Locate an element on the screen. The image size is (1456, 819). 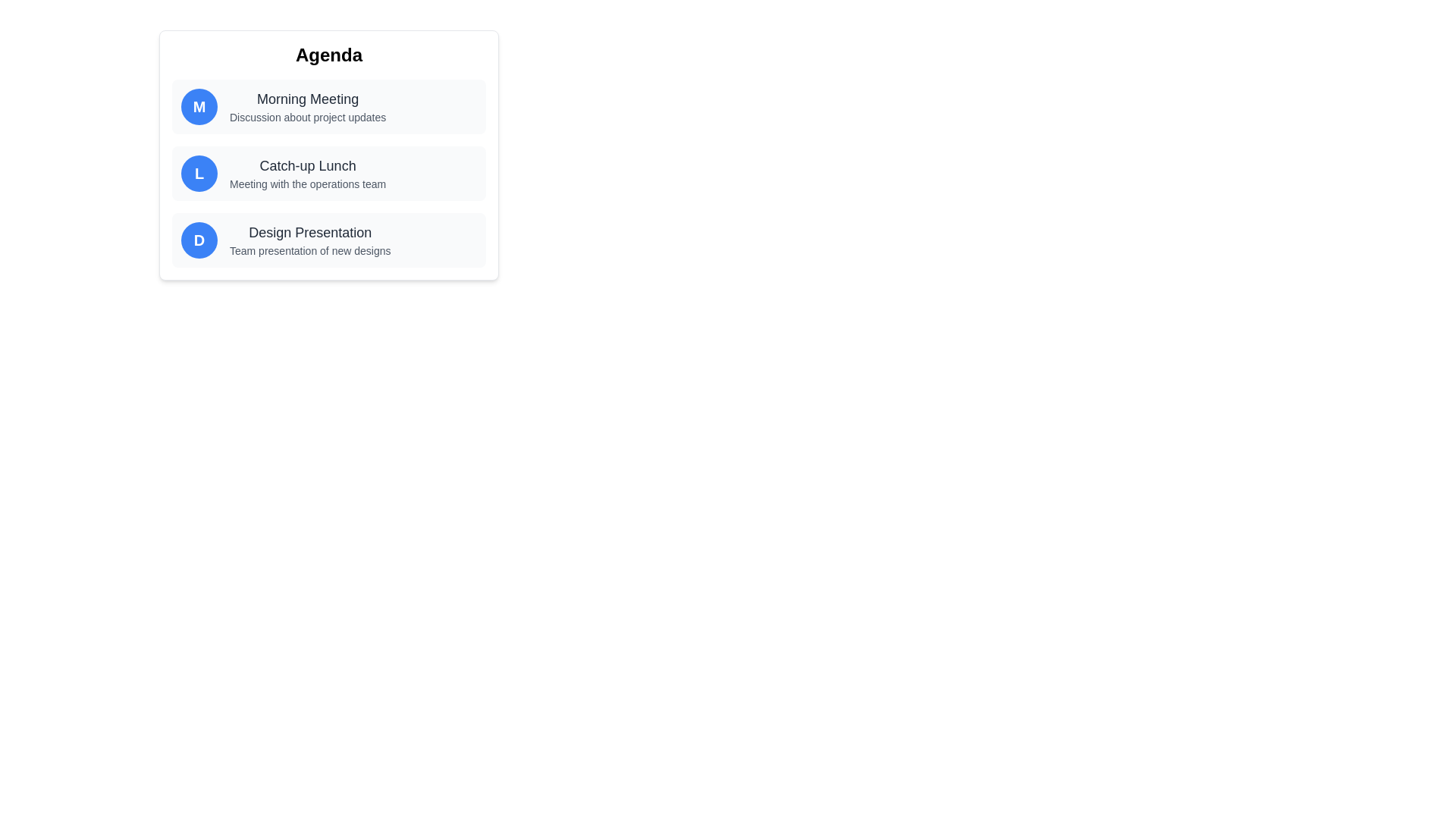
the circular blue badge with a white 'L' centered within it, located to the left of the text 'Catch-up Lunch' in the second item of the agenda list is located at coordinates (199, 172).